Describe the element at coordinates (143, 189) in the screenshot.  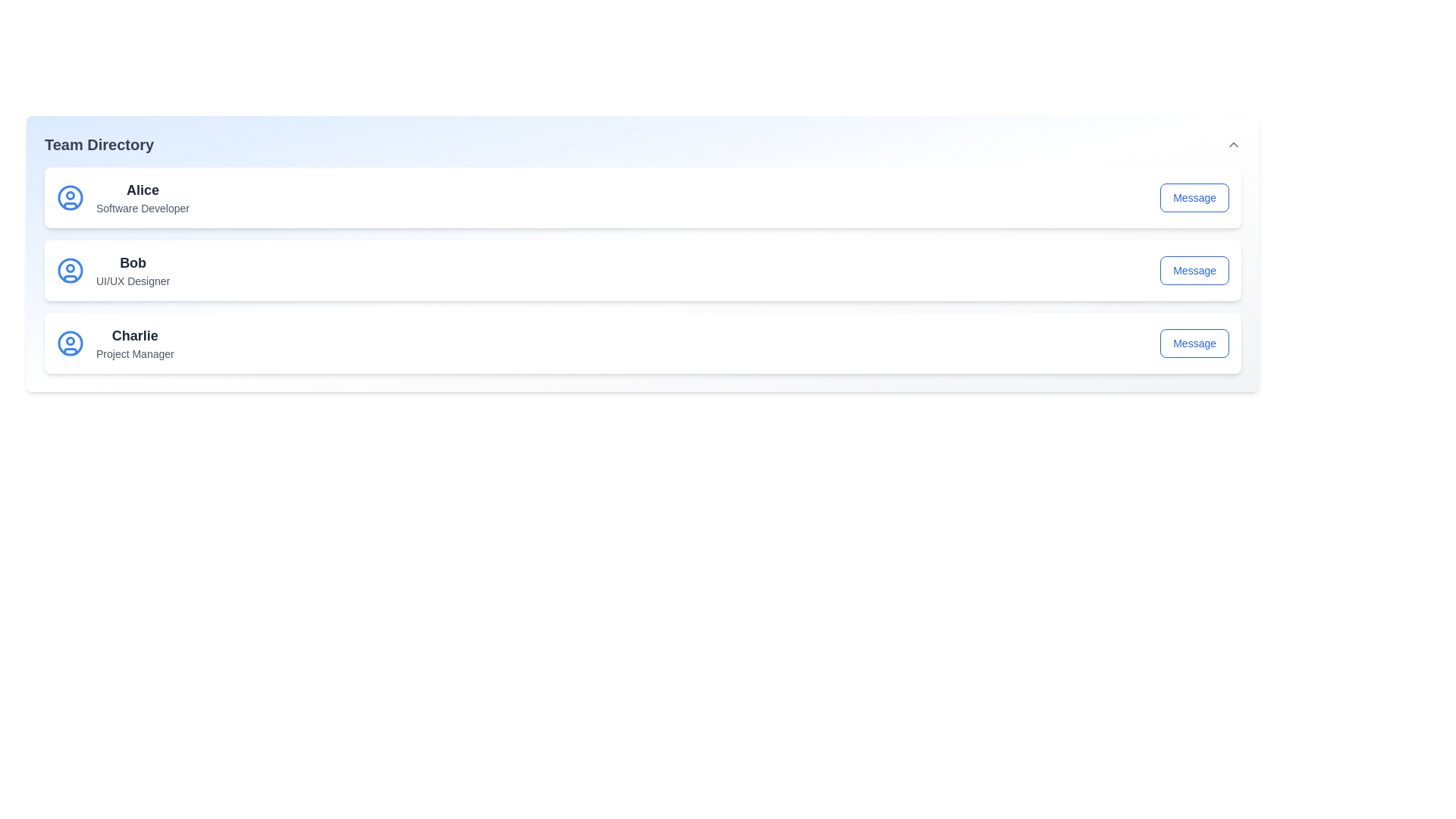
I see `the static text label displaying 'Alice' in bold, black font, which is located in the top-left section of the interface under the 'Team Directory' title` at that location.